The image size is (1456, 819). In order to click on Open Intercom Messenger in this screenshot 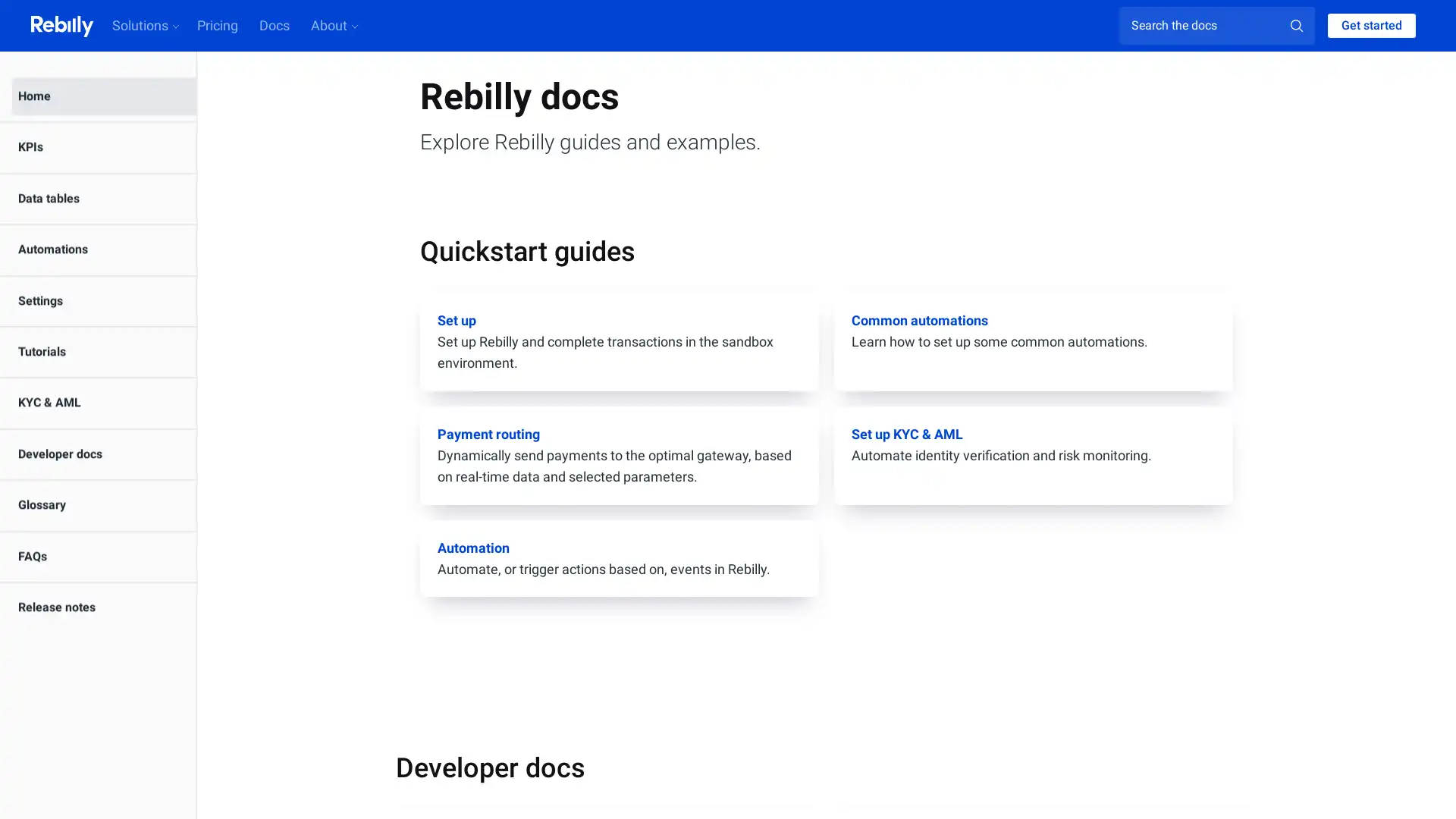, I will do `click(1417, 780)`.